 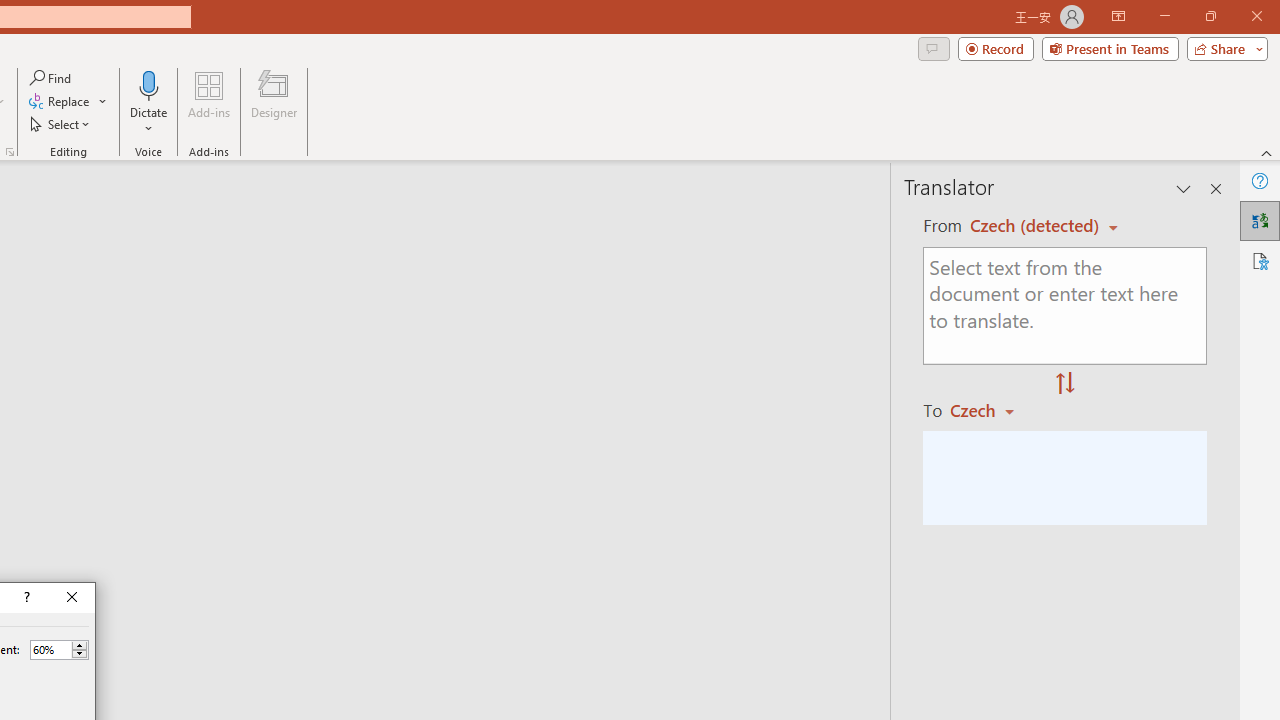 I want to click on 'Percent', so click(x=50, y=649).